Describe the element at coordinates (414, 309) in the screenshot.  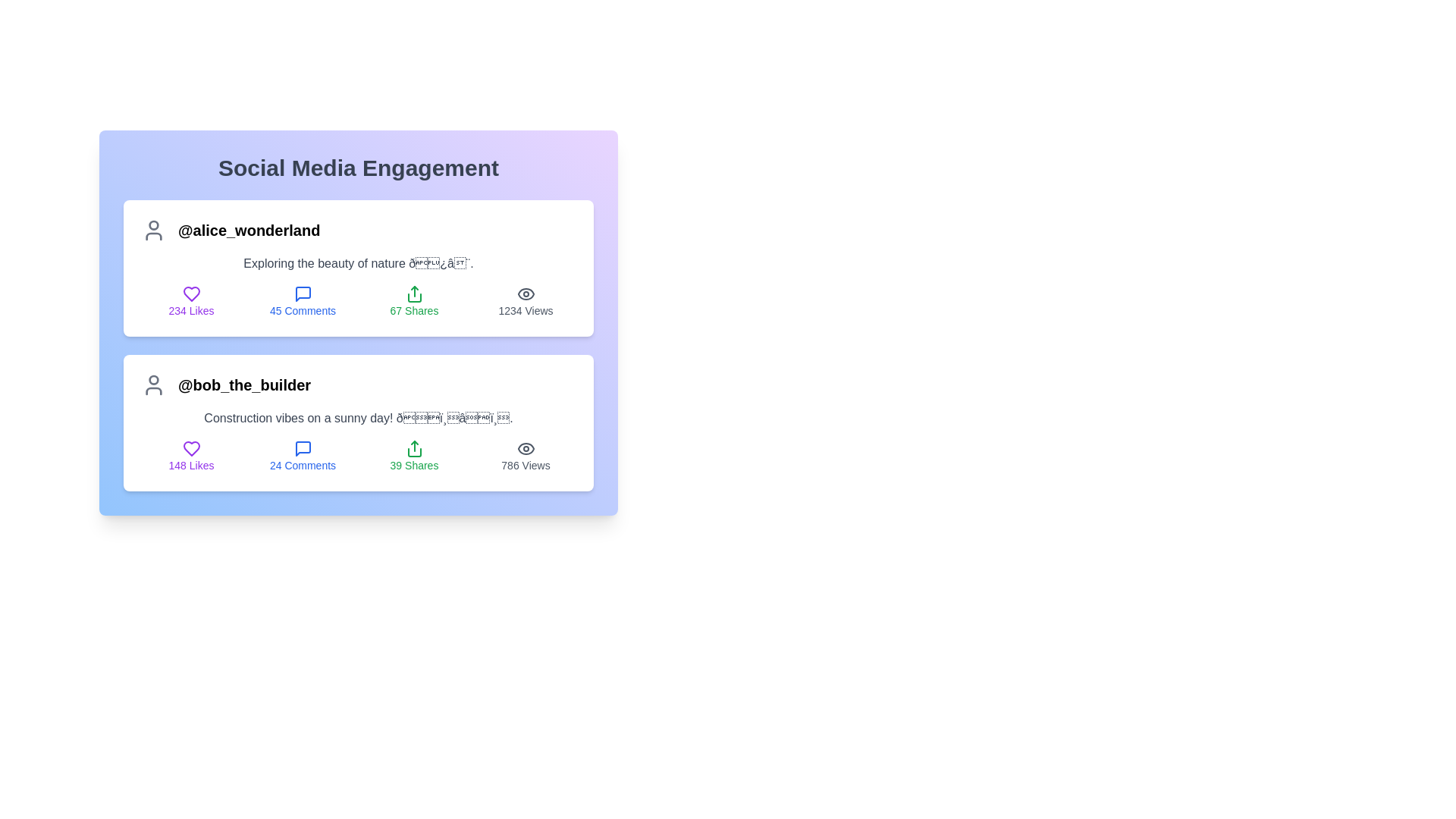
I see `the text label displaying '67 Shares' in green font, which is located below the share icon in the interaction section of the post by '@alice_wonderland'` at that location.